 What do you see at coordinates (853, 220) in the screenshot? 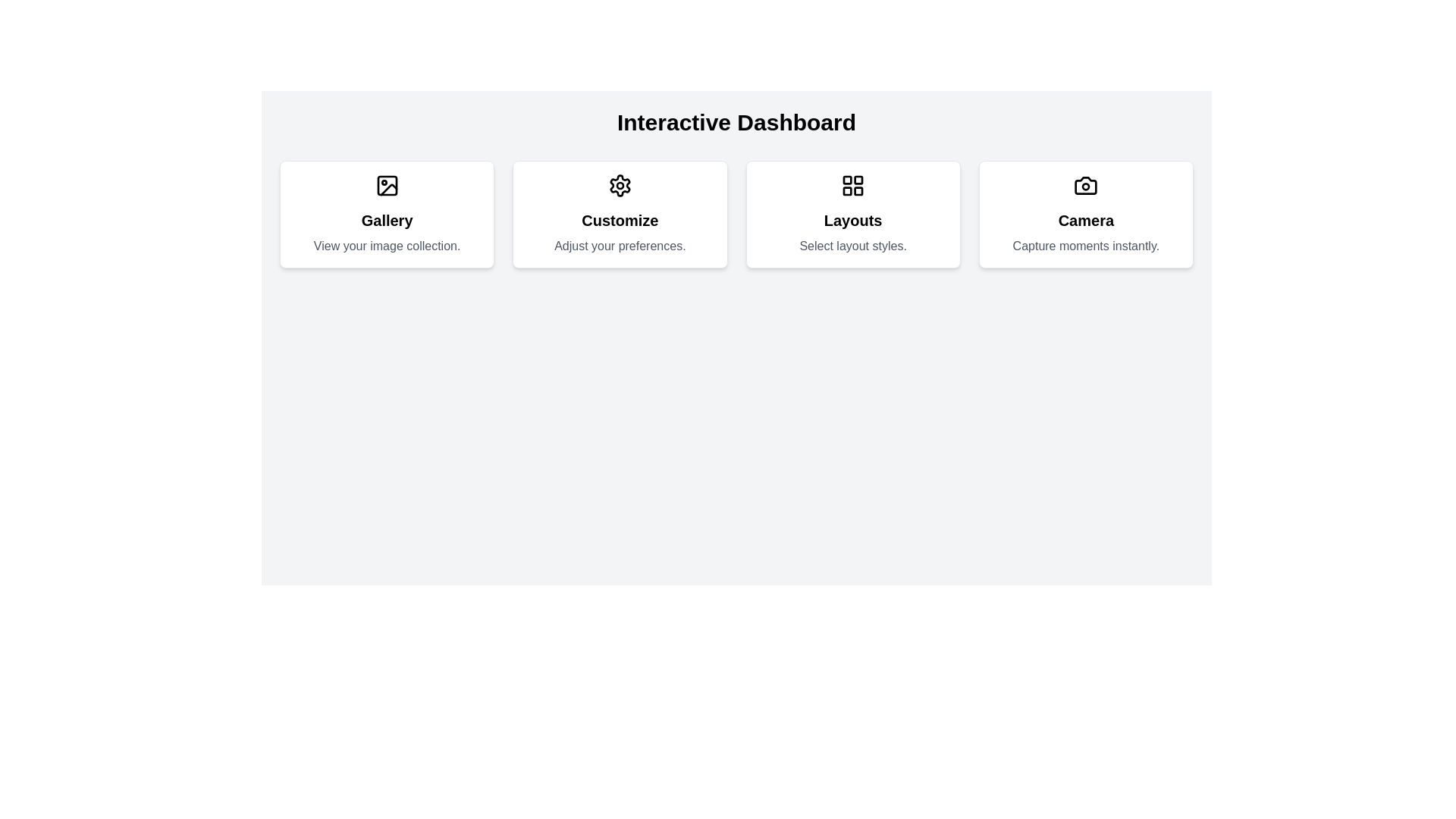
I see `the main title text located within the third box from the left in a row of four interactive boxes` at bounding box center [853, 220].